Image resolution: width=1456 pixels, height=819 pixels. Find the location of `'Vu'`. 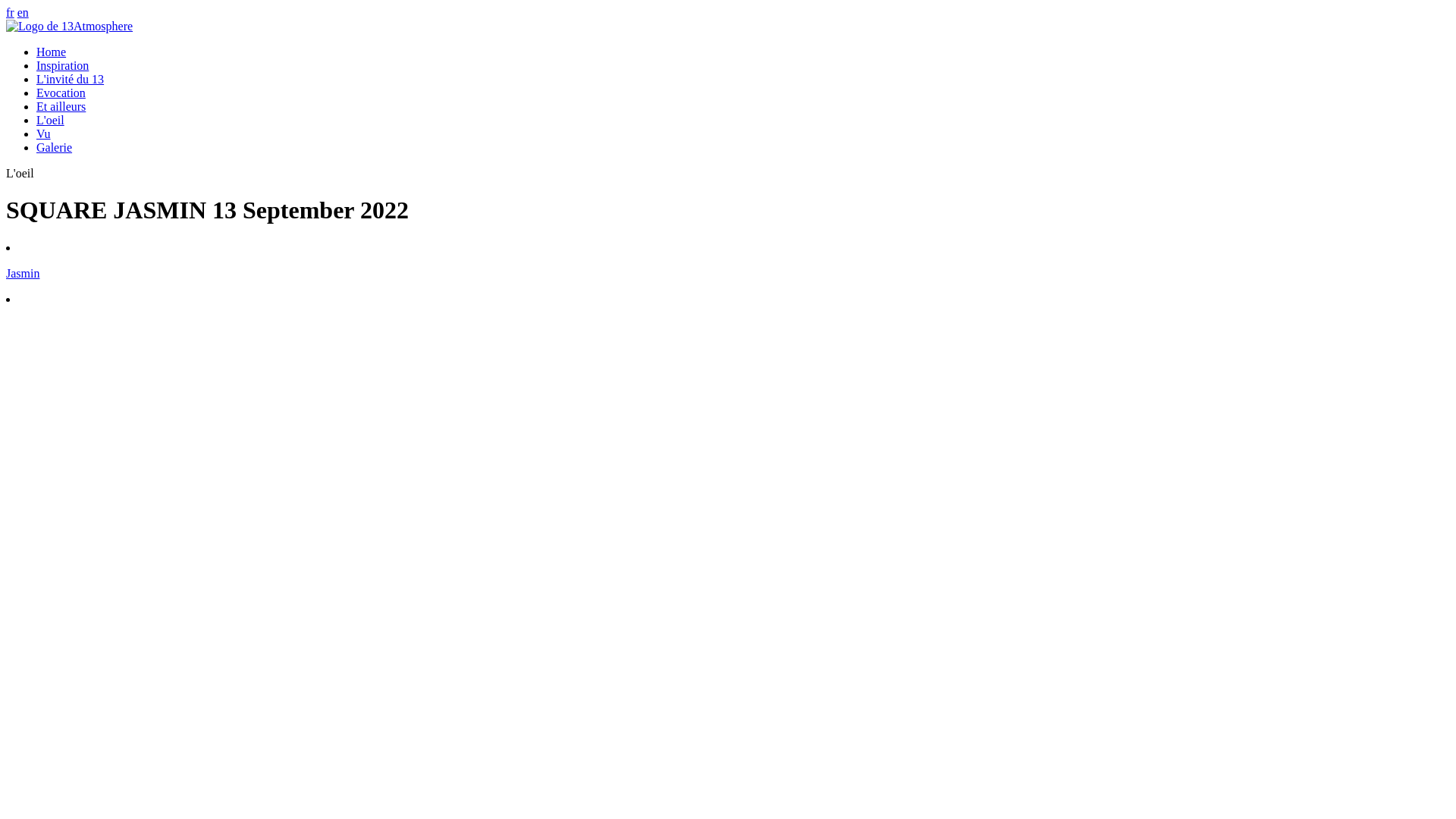

'Vu' is located at coordinates (43, 133).